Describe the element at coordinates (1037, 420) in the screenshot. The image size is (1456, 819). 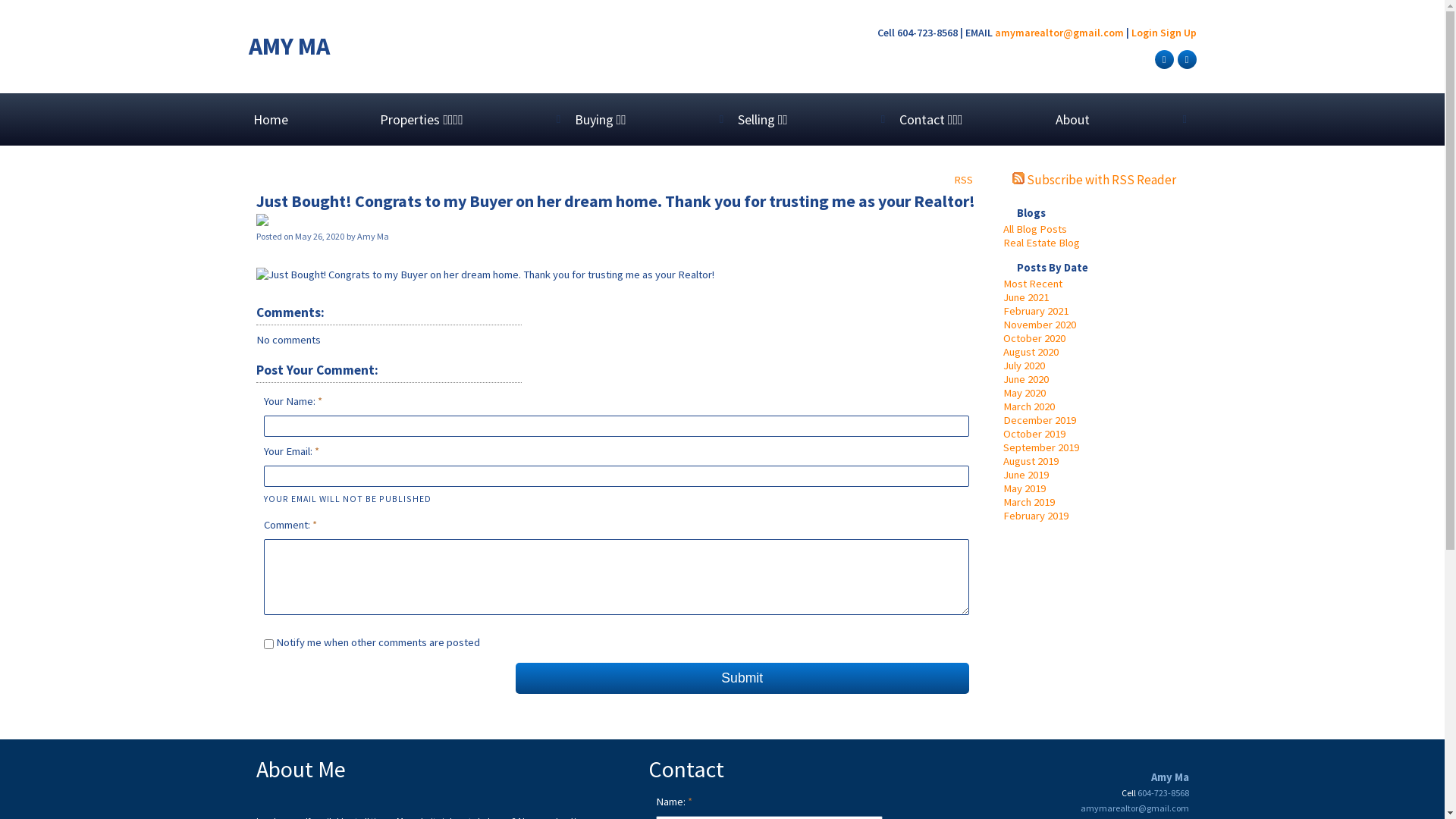
I see `'December 2019'` at that location.